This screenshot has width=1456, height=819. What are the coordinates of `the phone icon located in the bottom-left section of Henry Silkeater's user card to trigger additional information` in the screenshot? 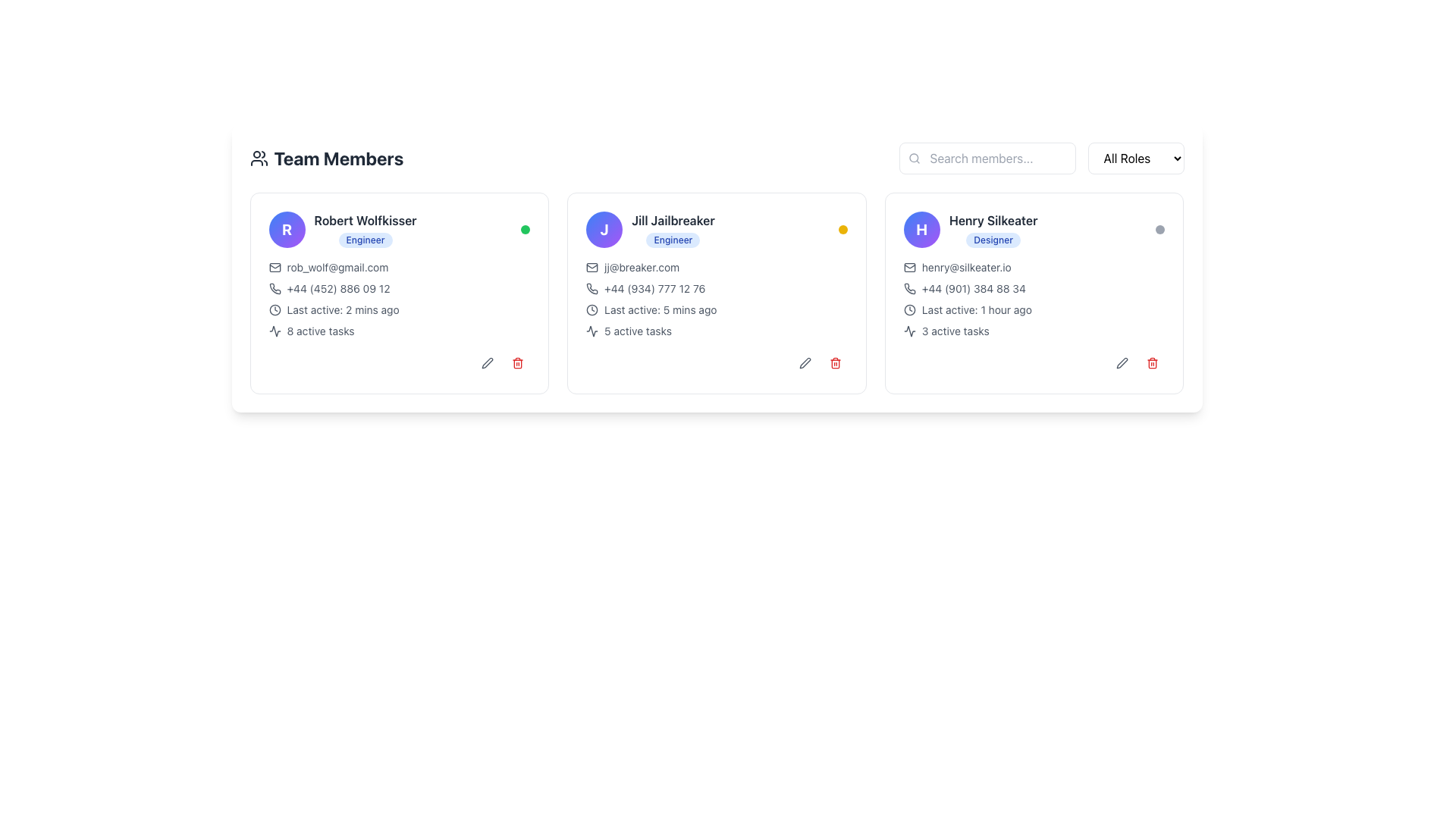 It's located at (909, 289).